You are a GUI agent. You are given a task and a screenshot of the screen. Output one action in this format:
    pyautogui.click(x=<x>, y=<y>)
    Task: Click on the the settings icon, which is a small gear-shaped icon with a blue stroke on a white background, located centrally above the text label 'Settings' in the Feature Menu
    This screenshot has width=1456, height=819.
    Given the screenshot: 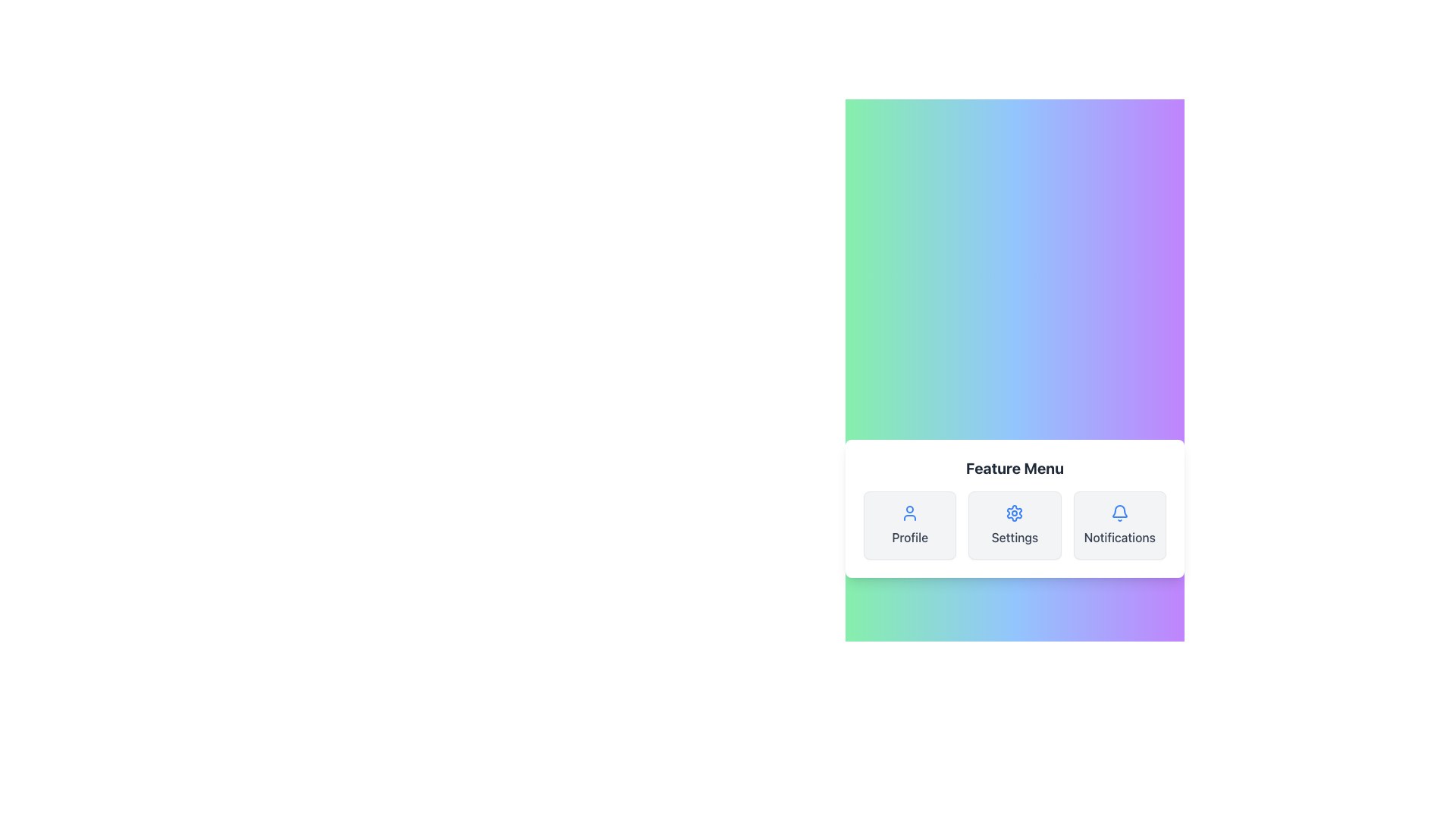 What is the action you would take?
    pyautogui.click(x=1015, y=513)
    